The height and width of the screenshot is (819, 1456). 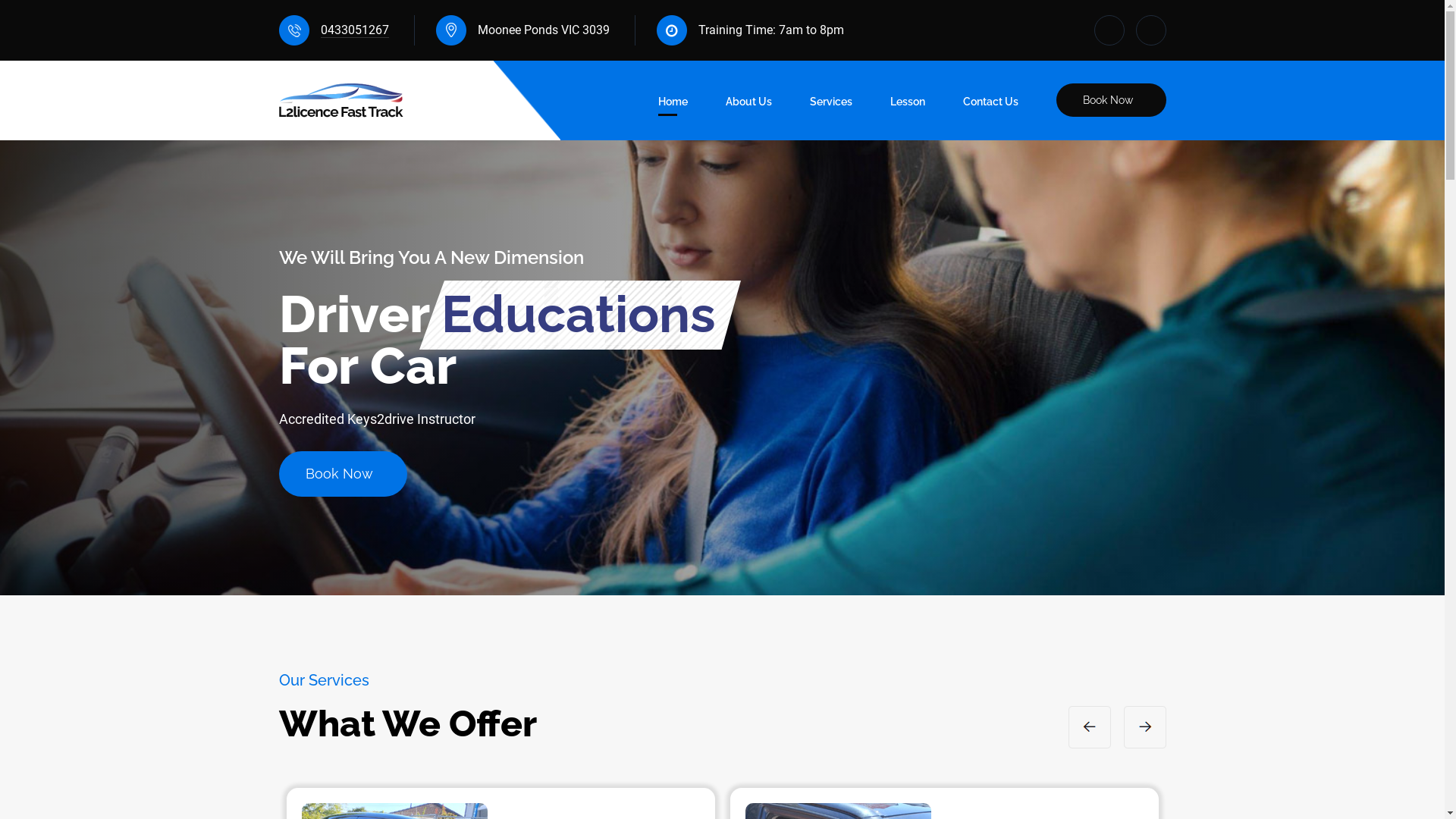 What do you see at coordinates (907, 104) in the screenshot?
I see `'Lesson'` at bounding box center [907, 104].